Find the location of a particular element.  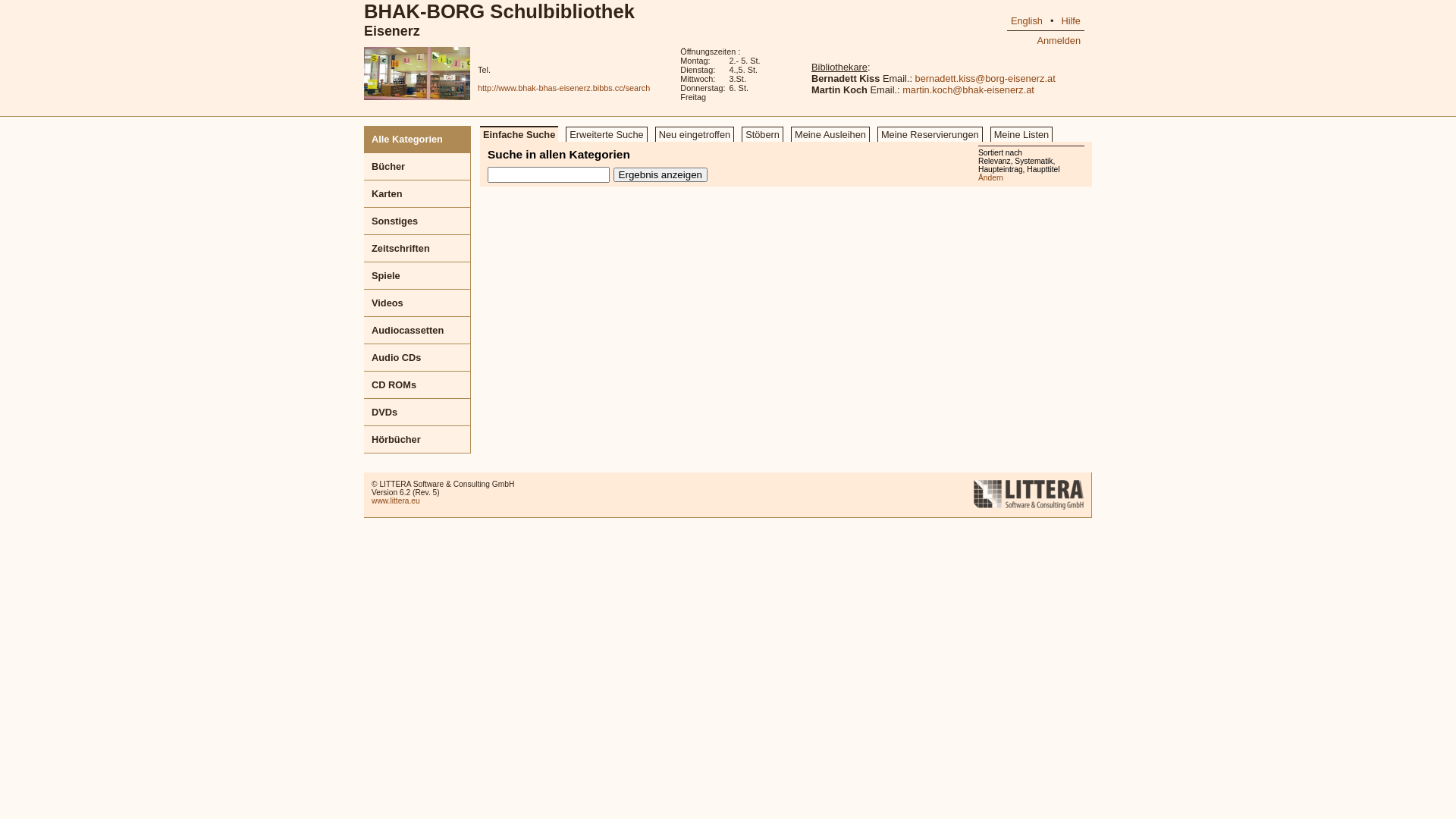

'Ergebnis anzeigen' is located at coordinates (660, 174).